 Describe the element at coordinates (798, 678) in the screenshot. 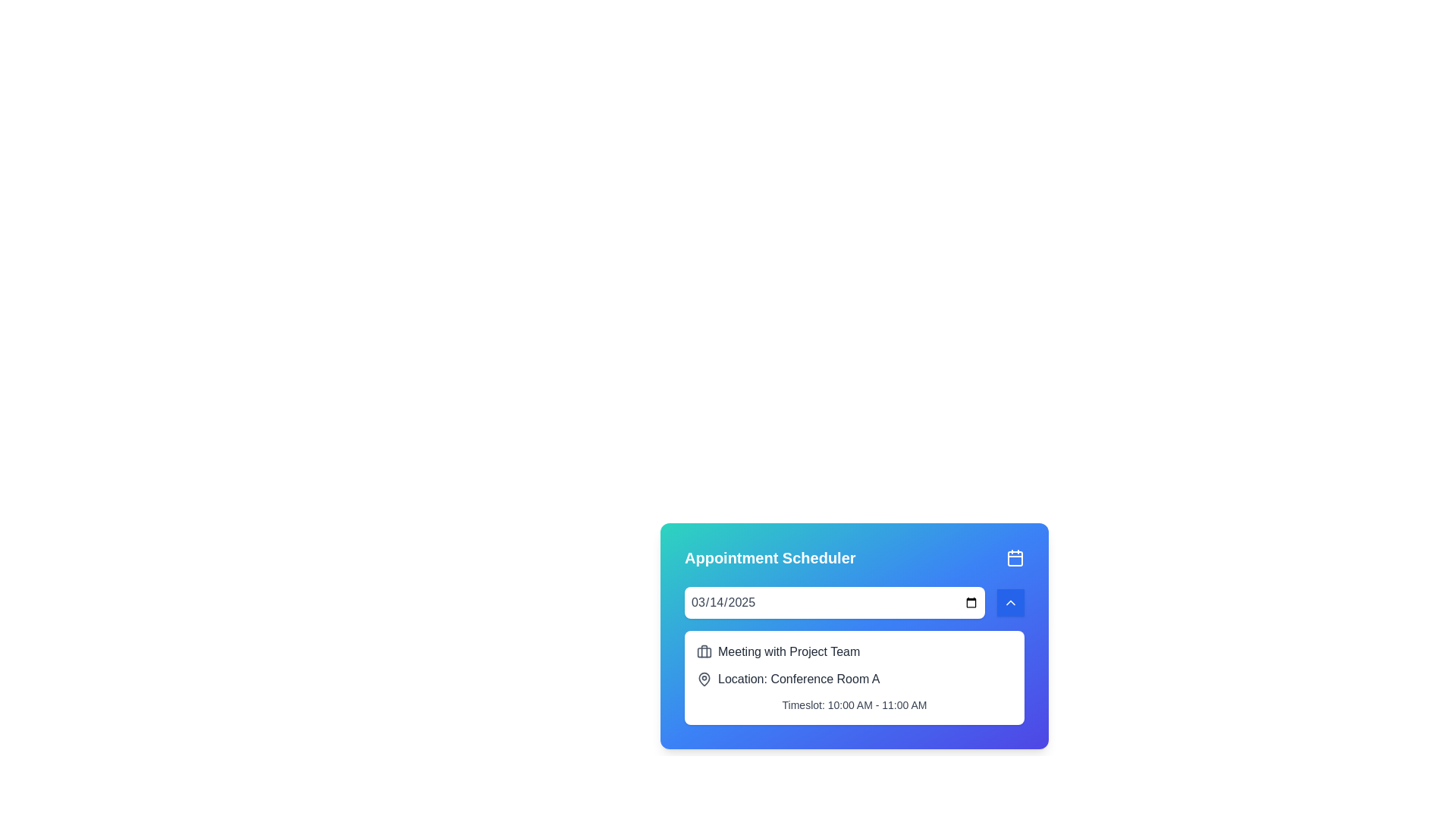

I see `text label displaying the location of the scheduled meeting, which is 'Conference Room A', located below the meeting title and above the date and time details in the appointment scheduler interface` at that location.